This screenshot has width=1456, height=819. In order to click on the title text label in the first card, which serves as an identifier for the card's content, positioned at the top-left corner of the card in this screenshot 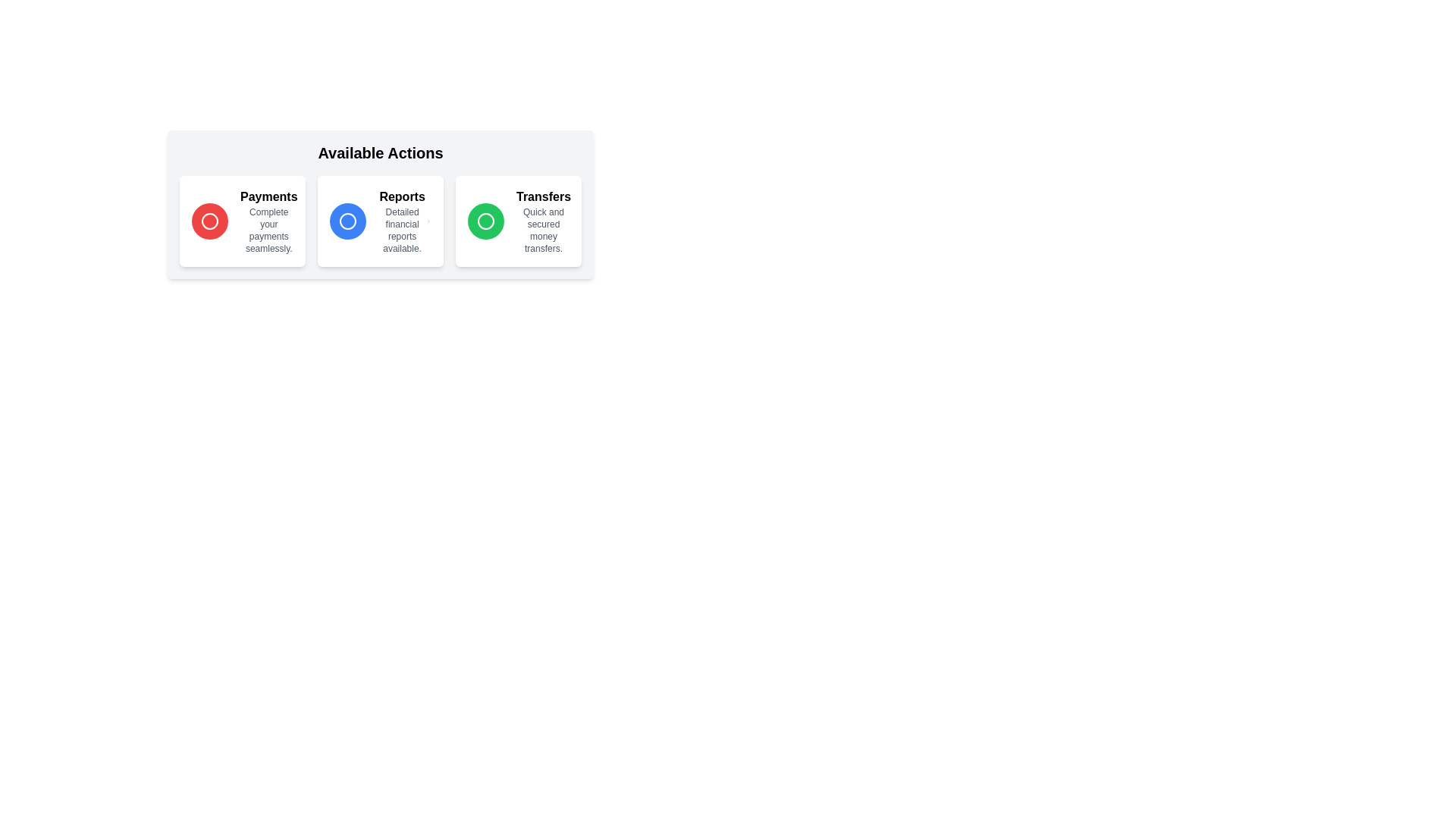, I will do `click(268, 196)`.